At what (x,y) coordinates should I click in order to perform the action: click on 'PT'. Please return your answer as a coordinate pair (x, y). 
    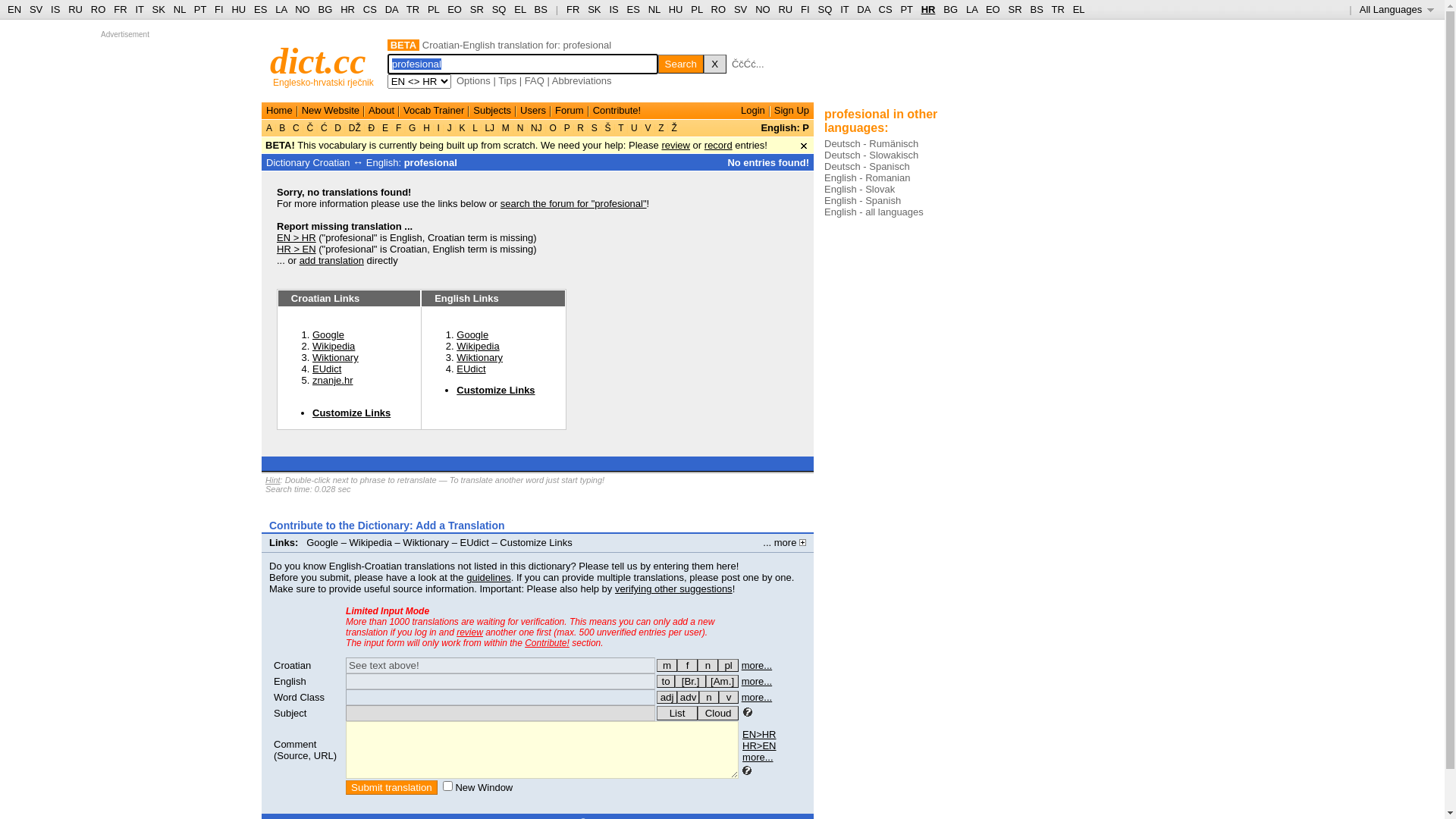
    Looking at the image, I should click on (906, 9).